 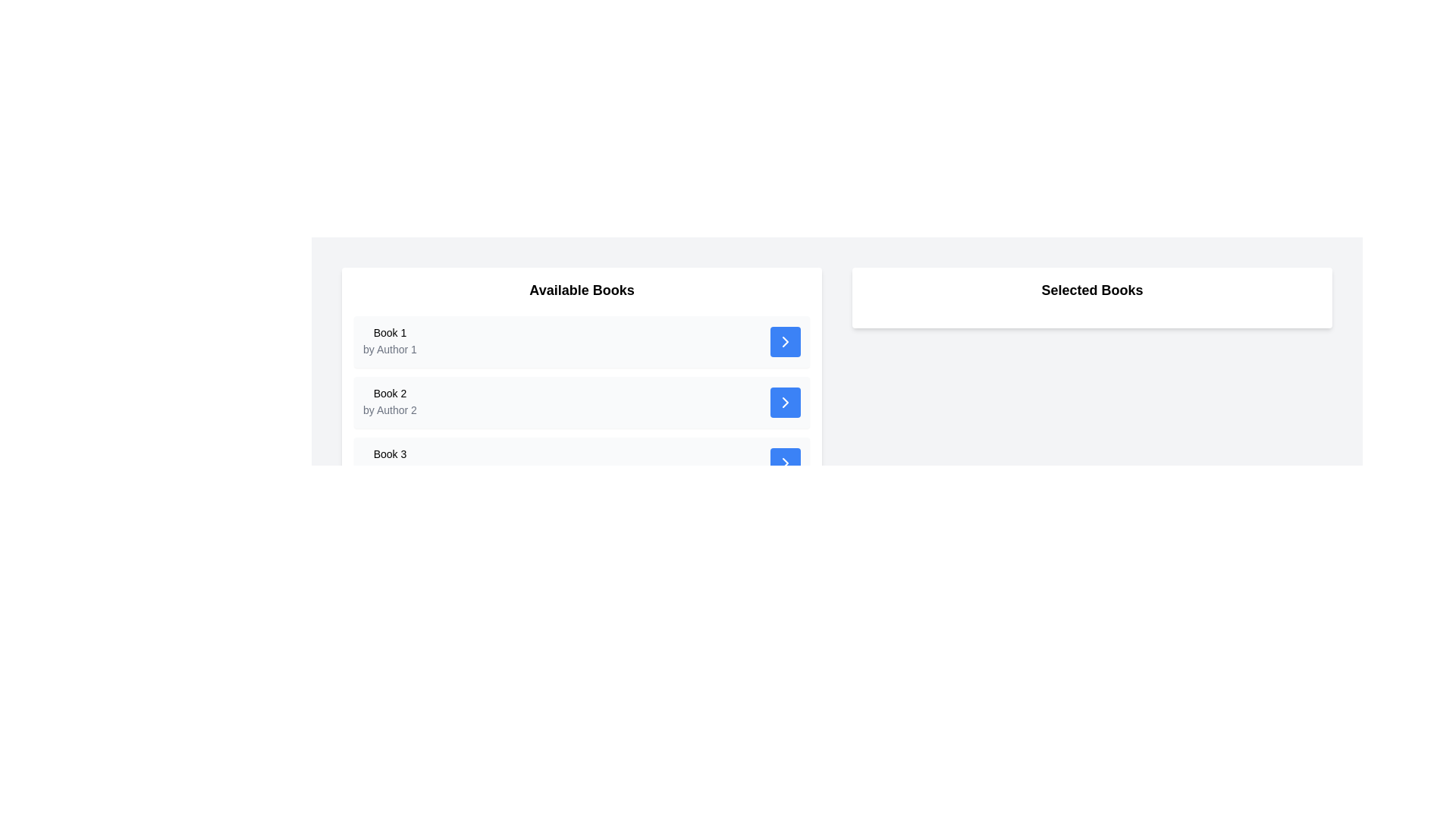 I want to click on the button located at the far right side of the row containing the text 'Book 1 by Author 1', so click(x=786, y=342).